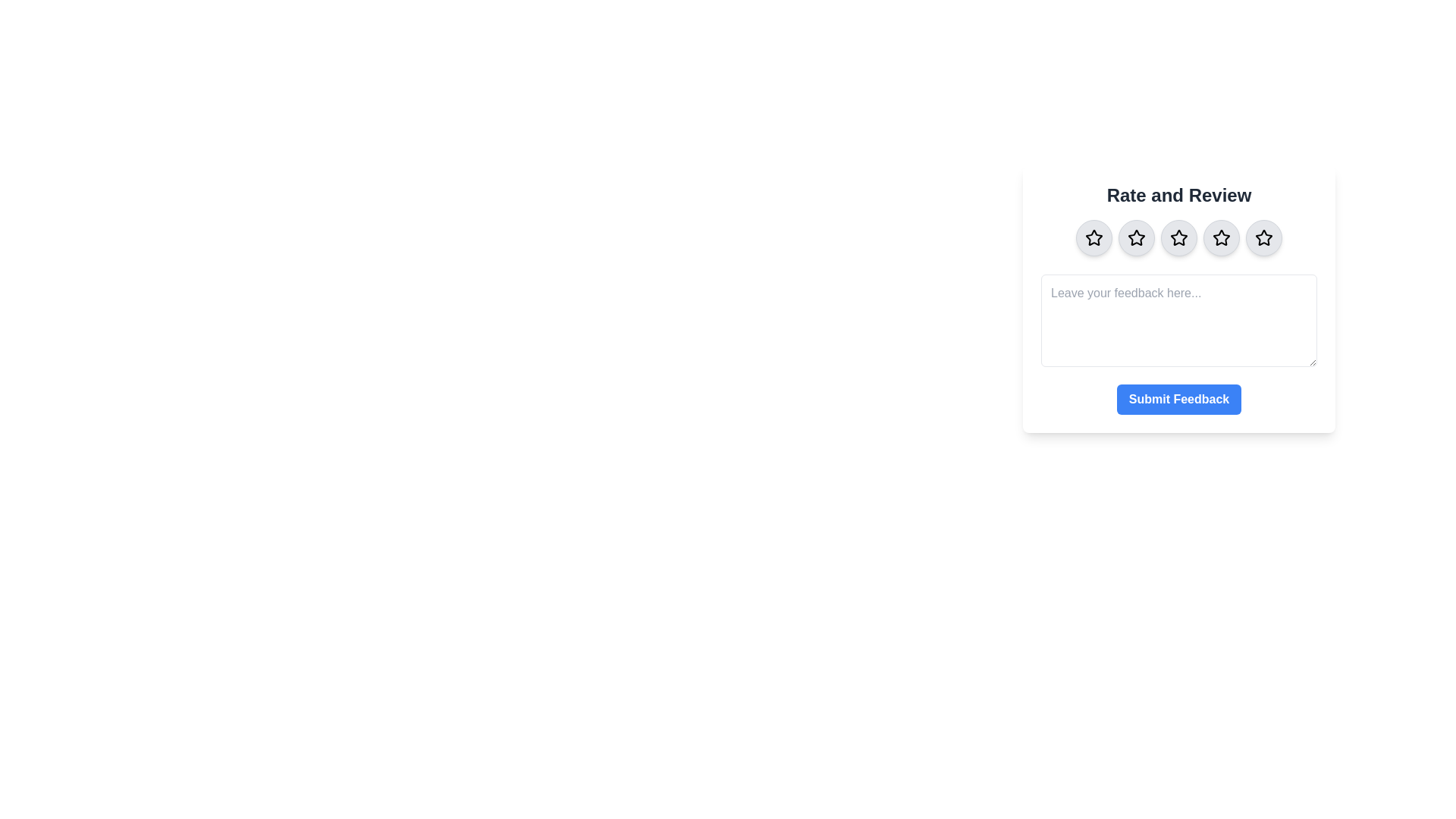 The width and height of the screenshot is (1456, 819). What do you see at coordinates (1094, 237) in the screenshot?
I see `the first circular rating button with a star icon in the feedback section under the title 'Rate and Review'` at bounding box center [1094, 237].